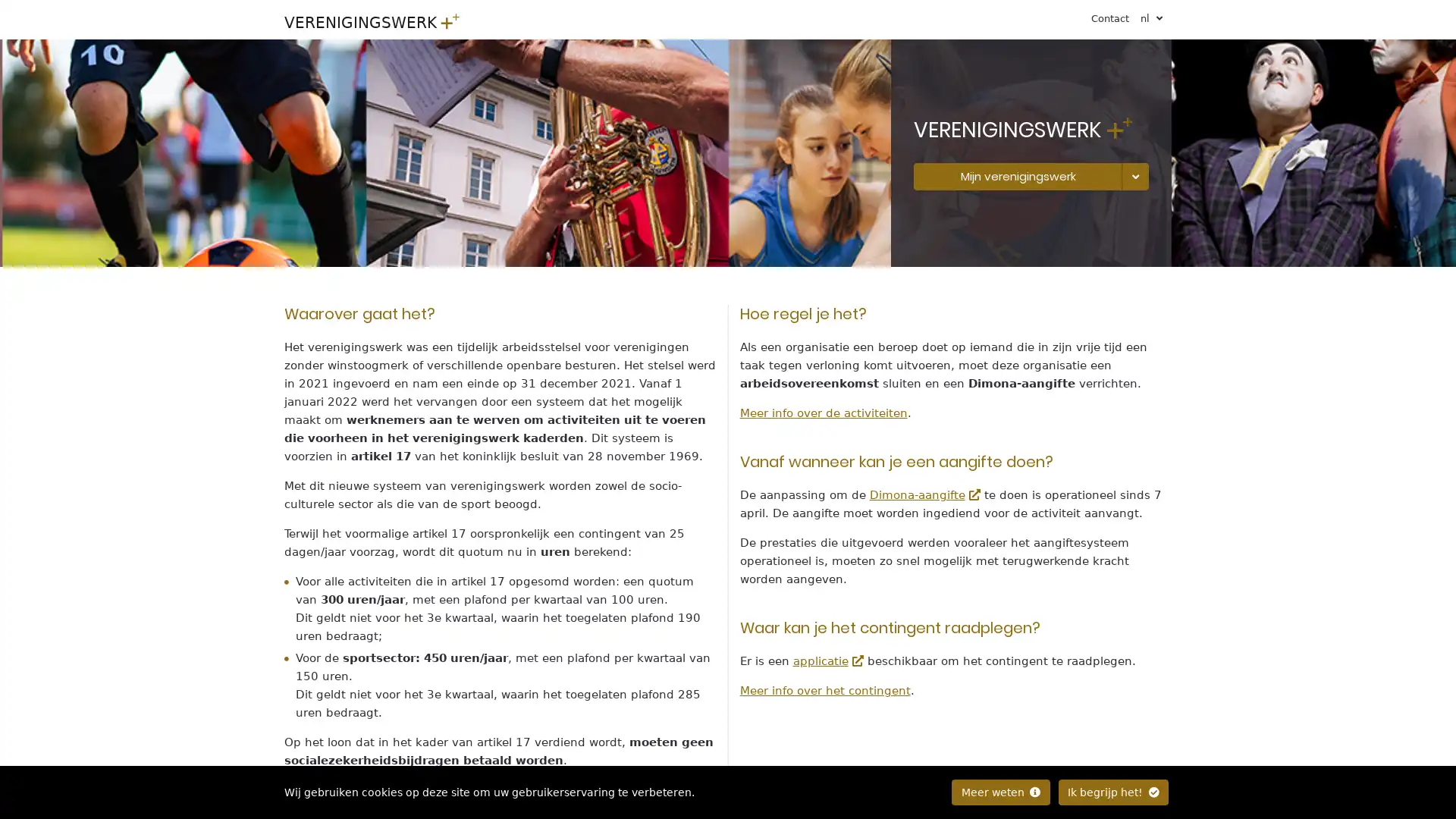  What do you see at coordinates (1113, 792) in the screenshot?
I see `Ik begrijp het!` at bounding box center [1113, 792].